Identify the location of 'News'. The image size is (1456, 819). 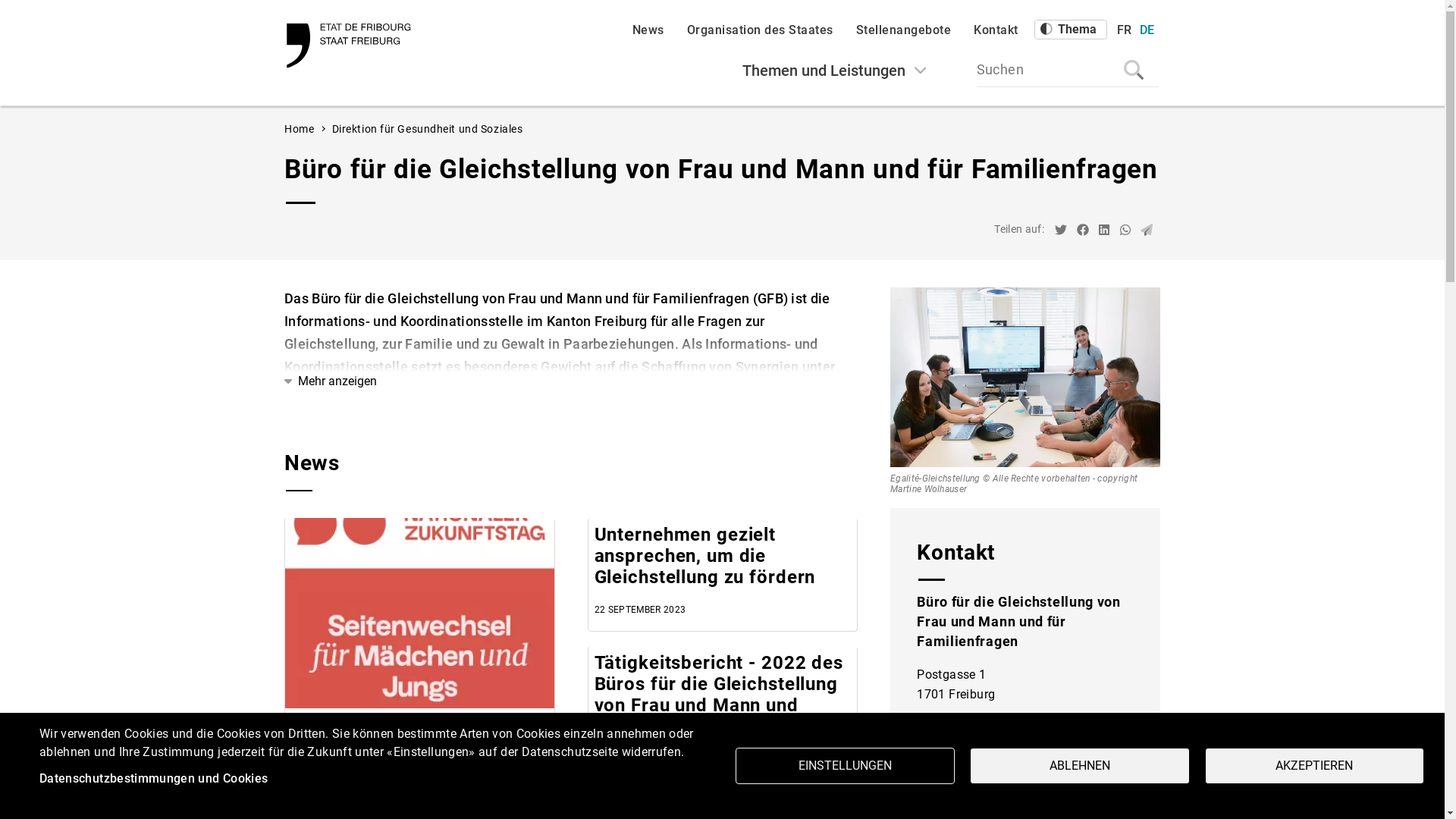
(648, 30).